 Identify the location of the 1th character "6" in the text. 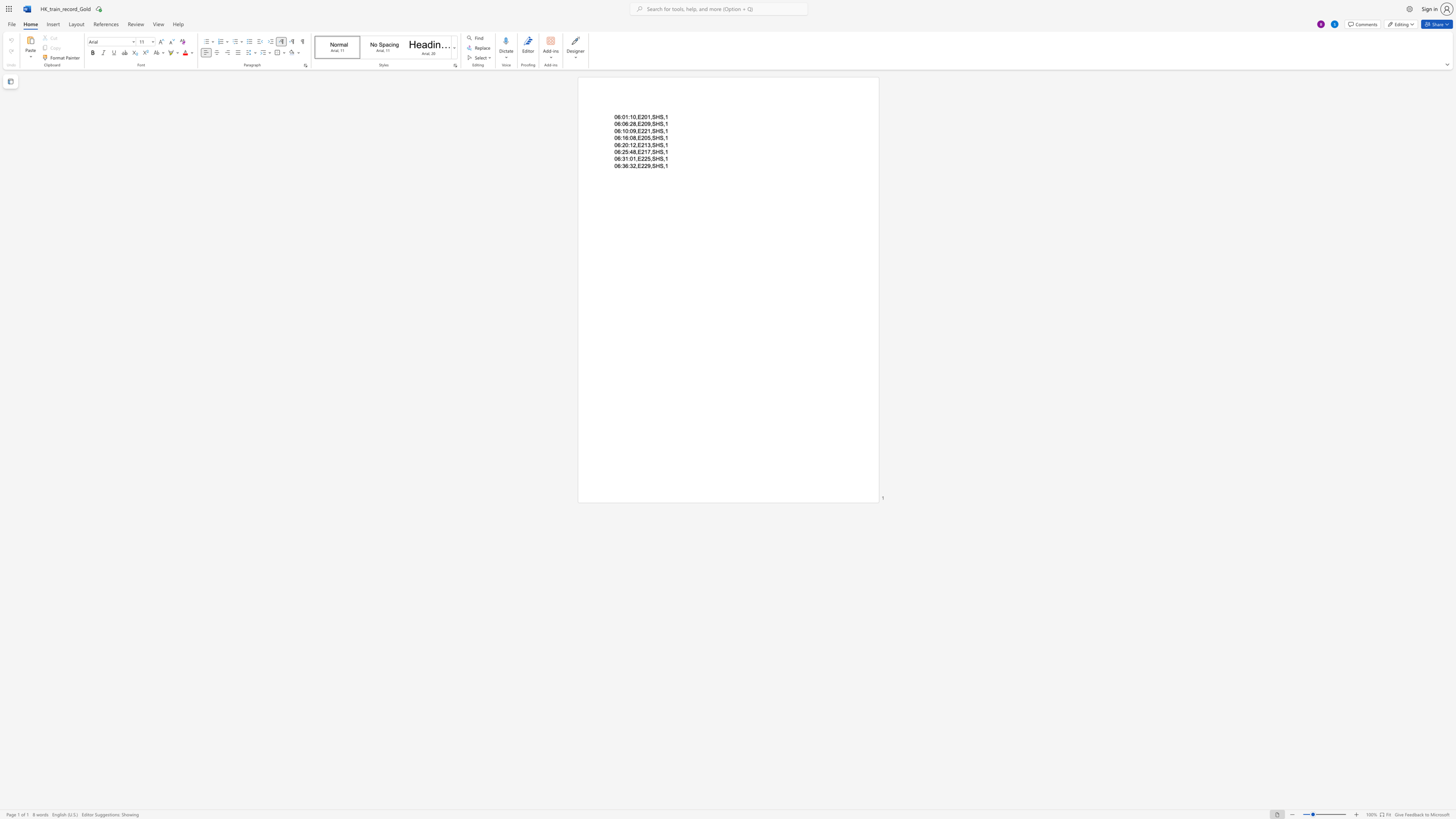
(619, 124).